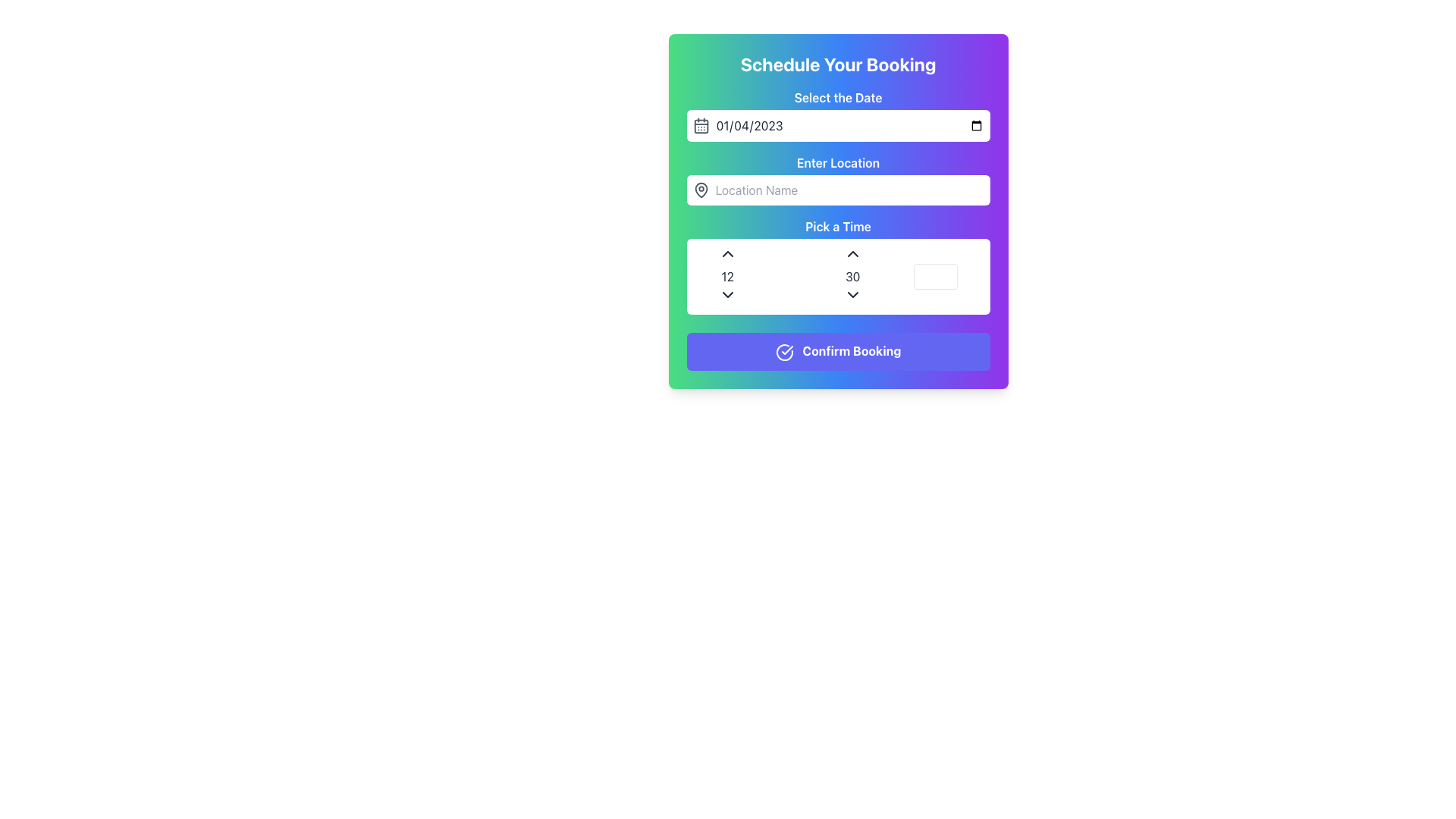 The image size is (1456, 819). Describe the element at coordinates (837, 114) in the screenshot. I see `the text label 'Select the Date', which provides contextual information for the adjacent date input field located below the header 'Schedule Your Booking'` at that location.